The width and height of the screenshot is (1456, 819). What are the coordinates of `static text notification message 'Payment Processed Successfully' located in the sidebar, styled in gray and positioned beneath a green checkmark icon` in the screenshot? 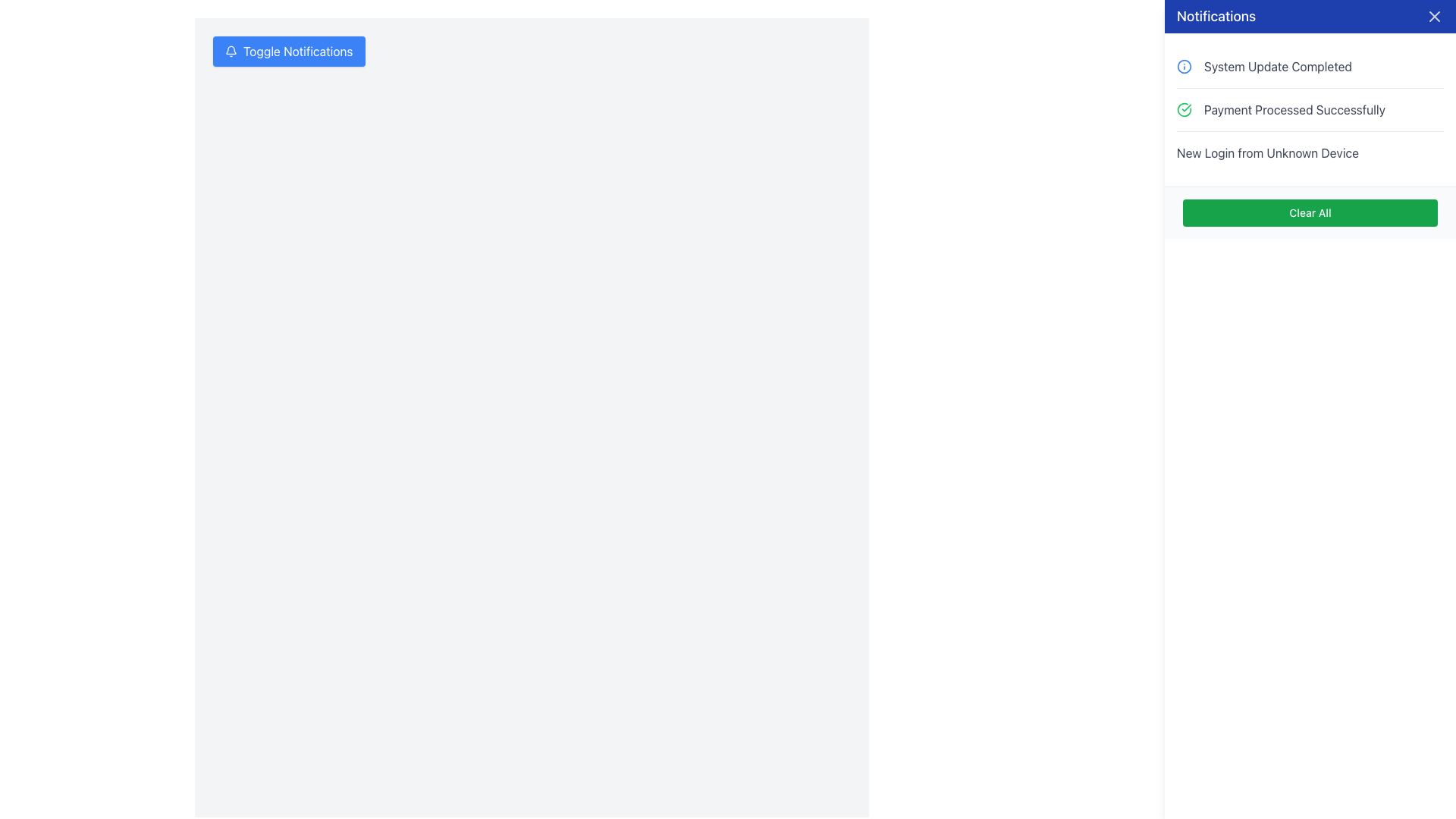 It's located at (1294, 109).